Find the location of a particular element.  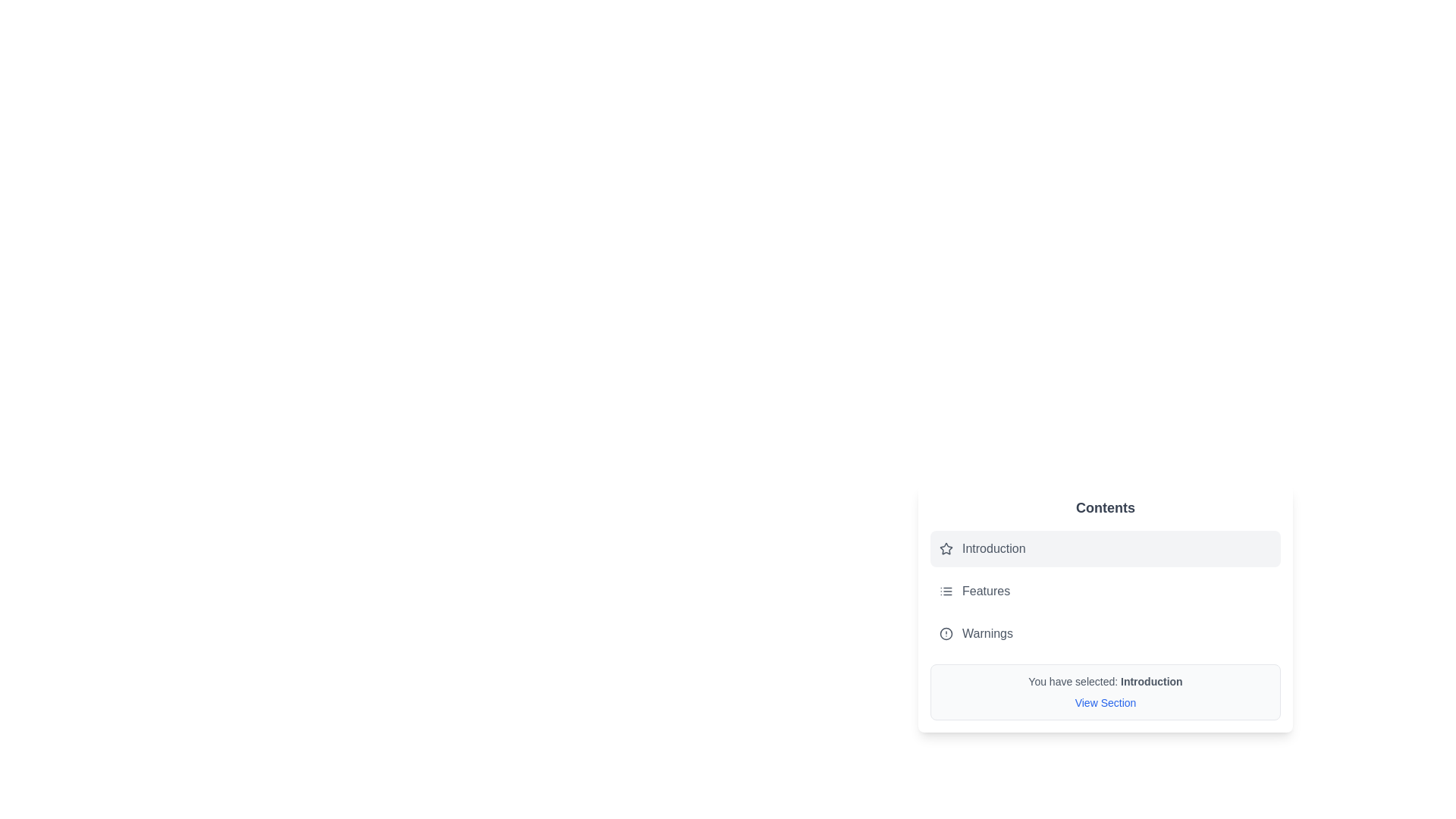

the SVG icon representing a list or menu, which is part of the 'Features' option located to the left of the text label 'Features' is located at coordinates (946, 590).